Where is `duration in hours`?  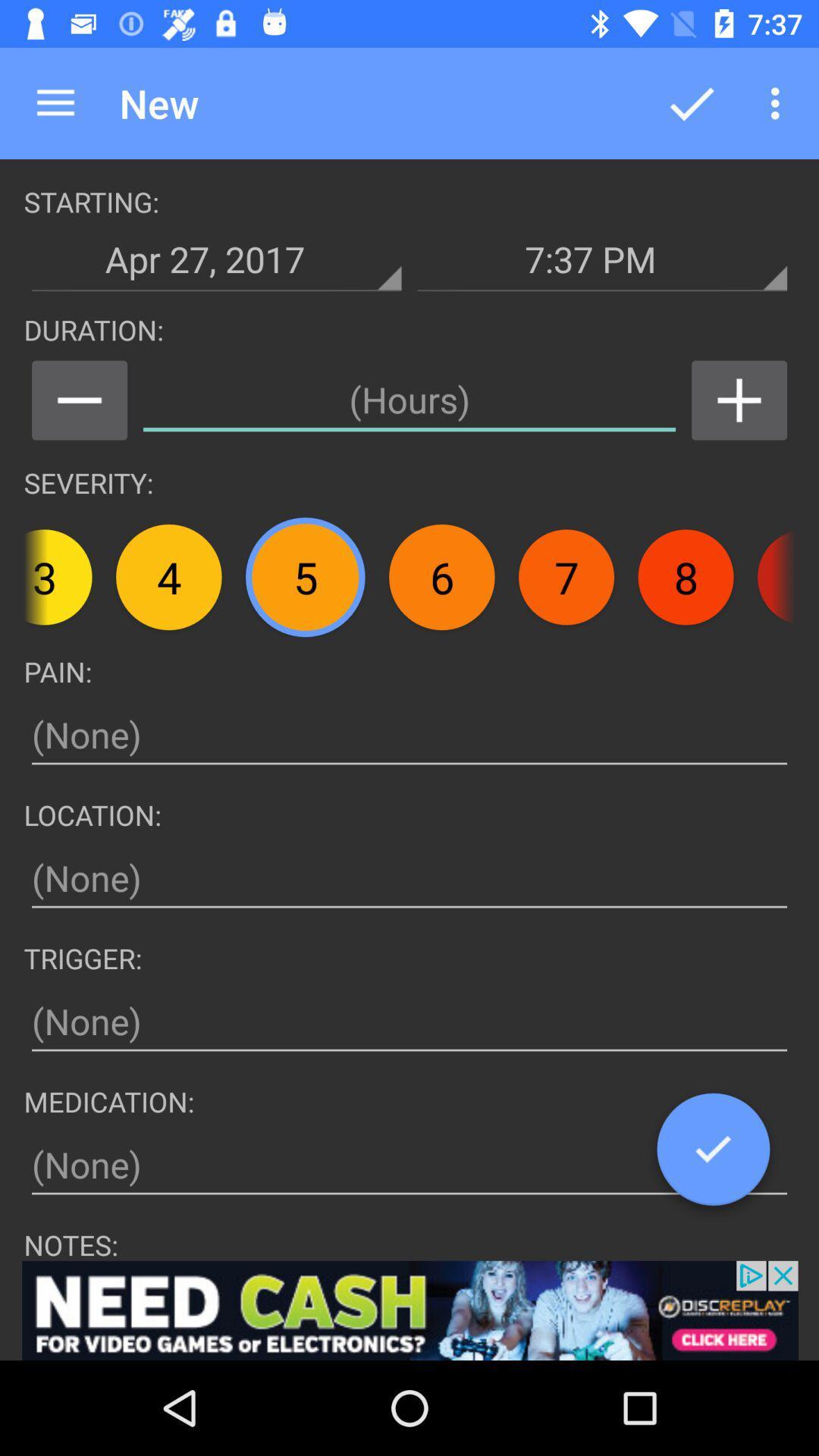 duration in hours is located at coordinates (409, 400).